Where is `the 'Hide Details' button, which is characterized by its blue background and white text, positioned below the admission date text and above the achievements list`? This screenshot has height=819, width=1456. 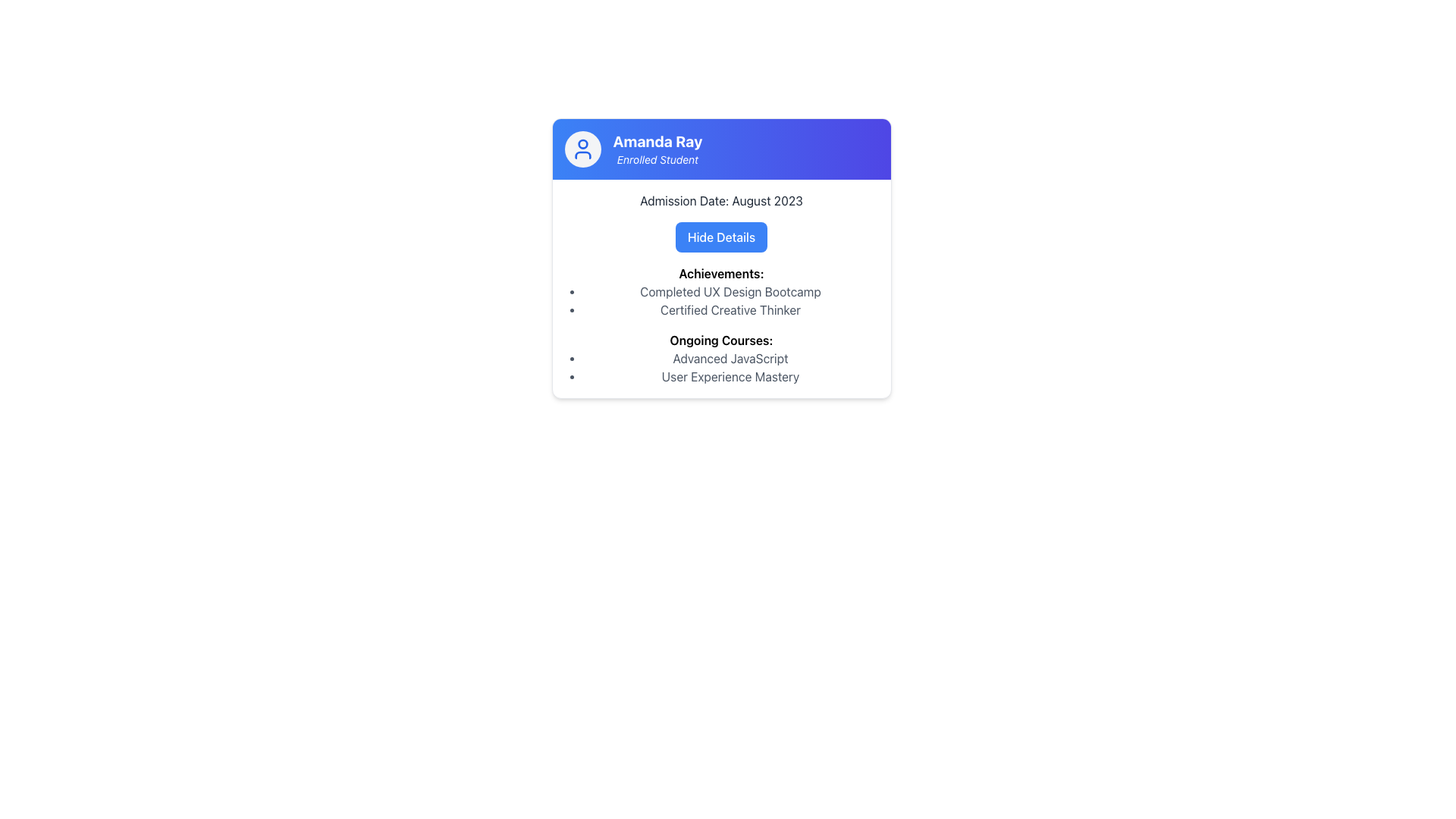
the 'Hide Details' button, which is characterized by its blue background and white text, positioned below the admission date text and above the achievements list is located at coordinates (720, 237).